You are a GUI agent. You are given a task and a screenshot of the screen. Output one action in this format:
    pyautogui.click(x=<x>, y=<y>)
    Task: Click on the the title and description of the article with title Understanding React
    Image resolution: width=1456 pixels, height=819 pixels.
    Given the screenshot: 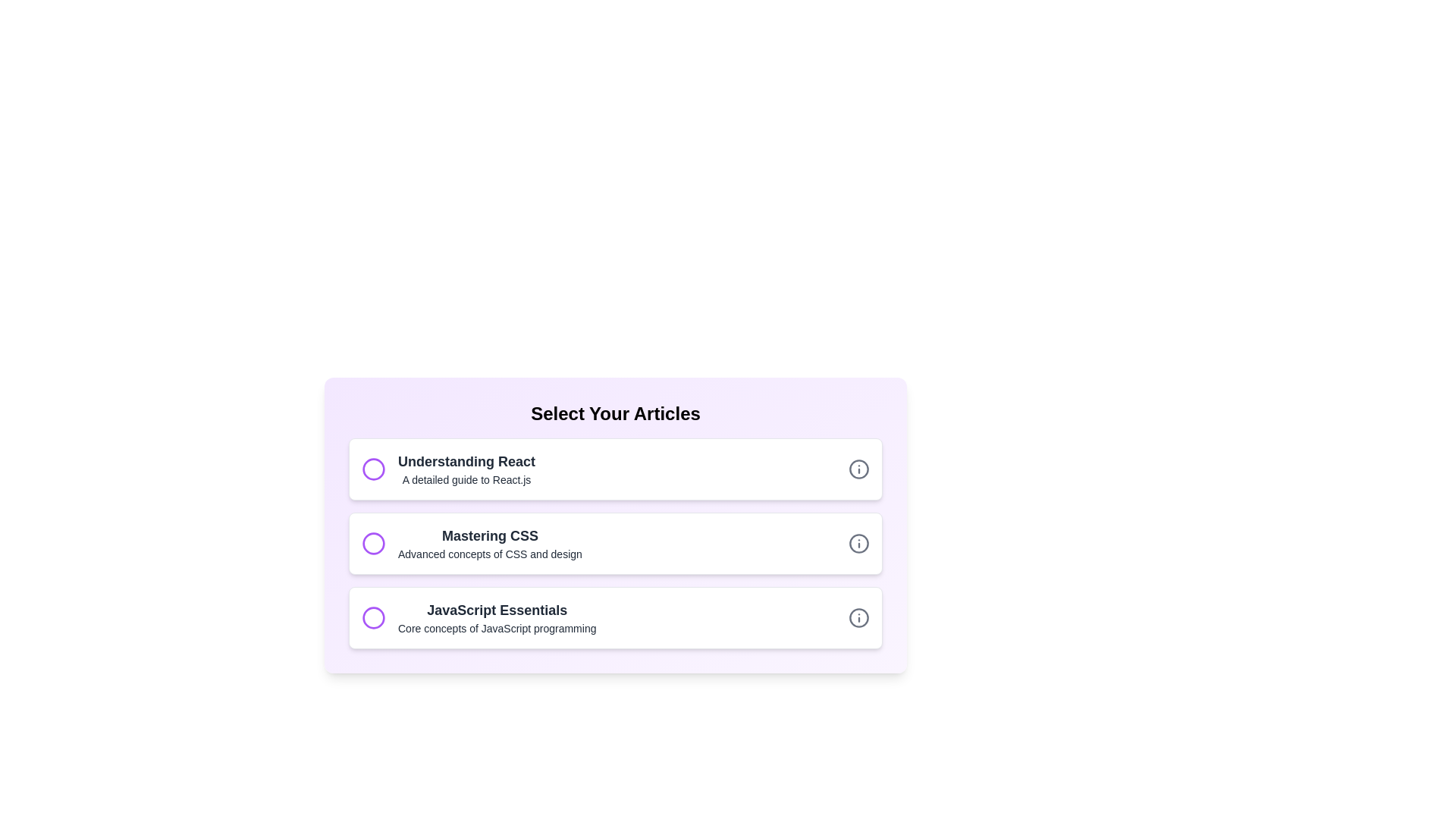 What is the action you would take?
    pyautogui.click(x=615, y=468)
    